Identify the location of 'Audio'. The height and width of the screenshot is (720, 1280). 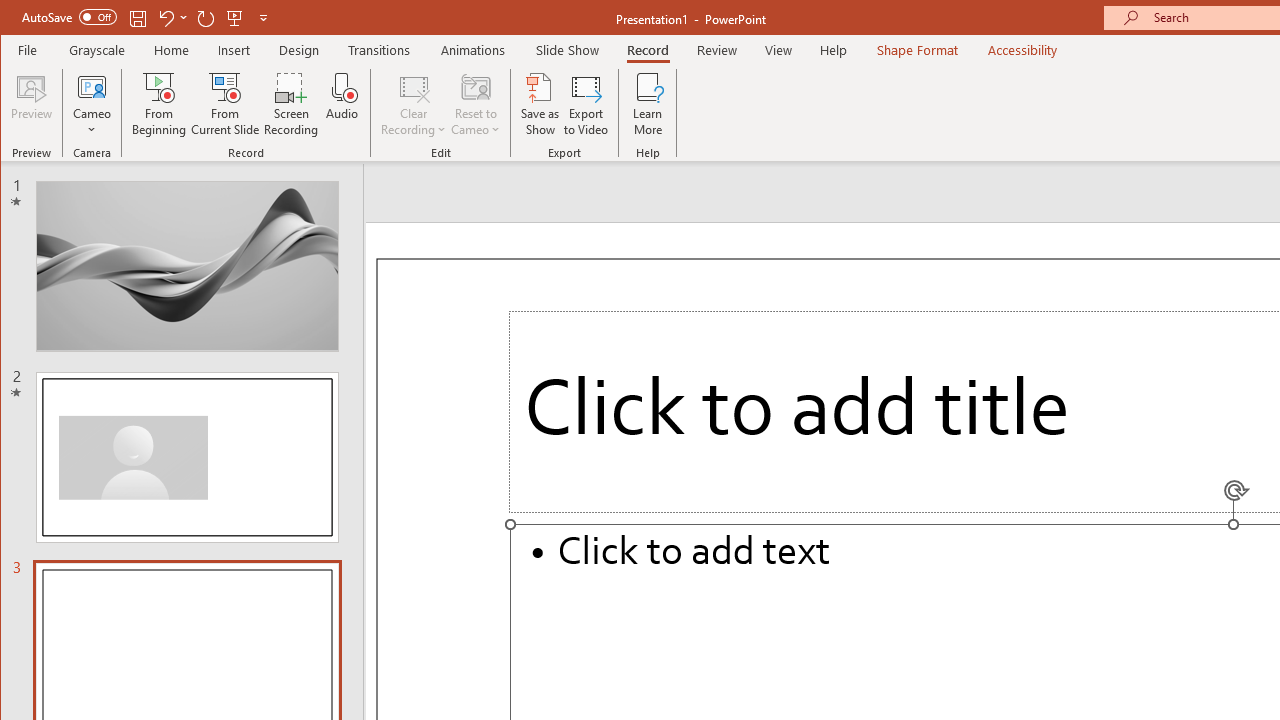
(342, 104).